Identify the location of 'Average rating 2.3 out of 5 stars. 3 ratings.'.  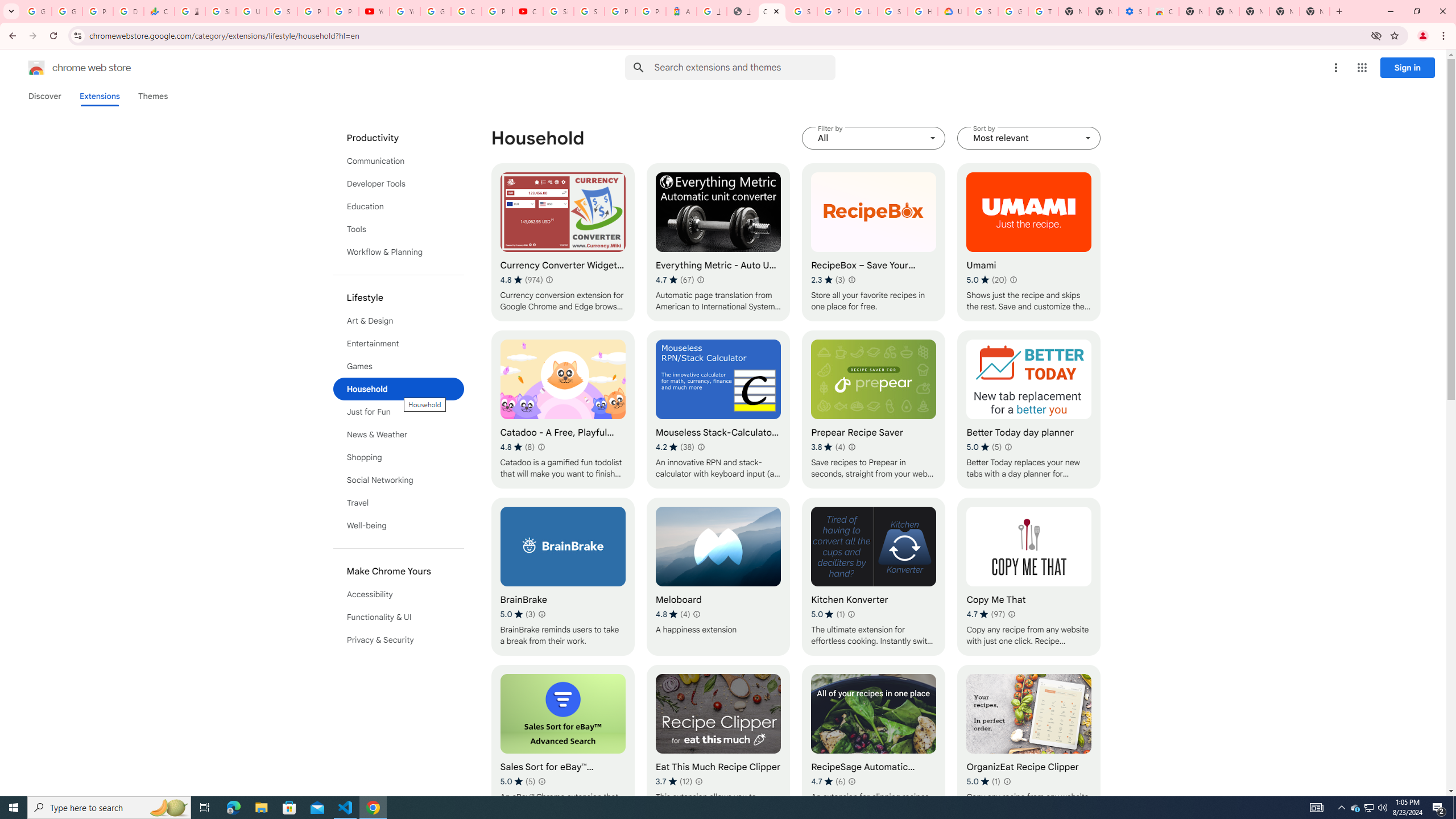
(828, 279).